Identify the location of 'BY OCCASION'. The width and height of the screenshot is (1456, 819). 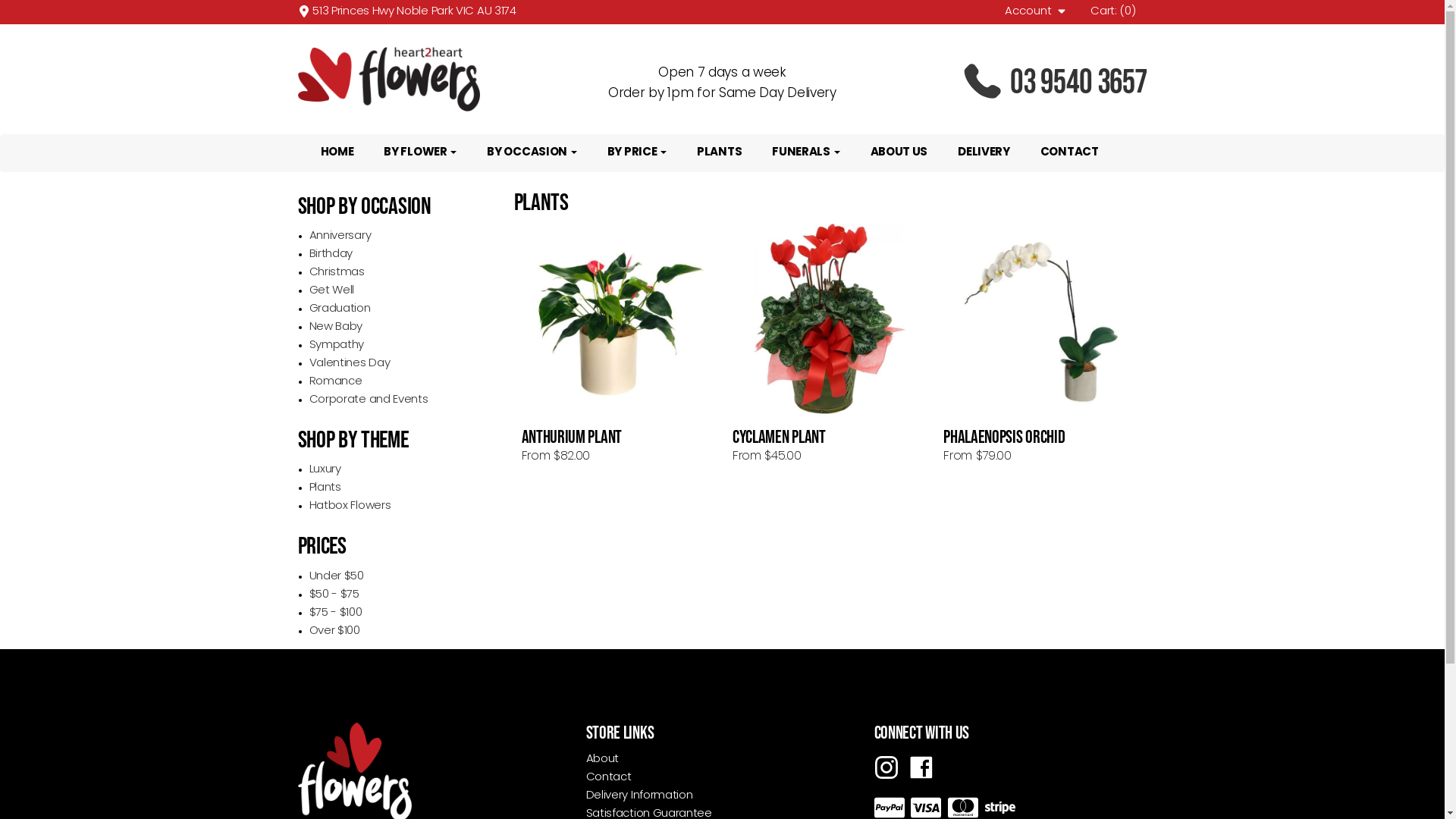
(471, 152).